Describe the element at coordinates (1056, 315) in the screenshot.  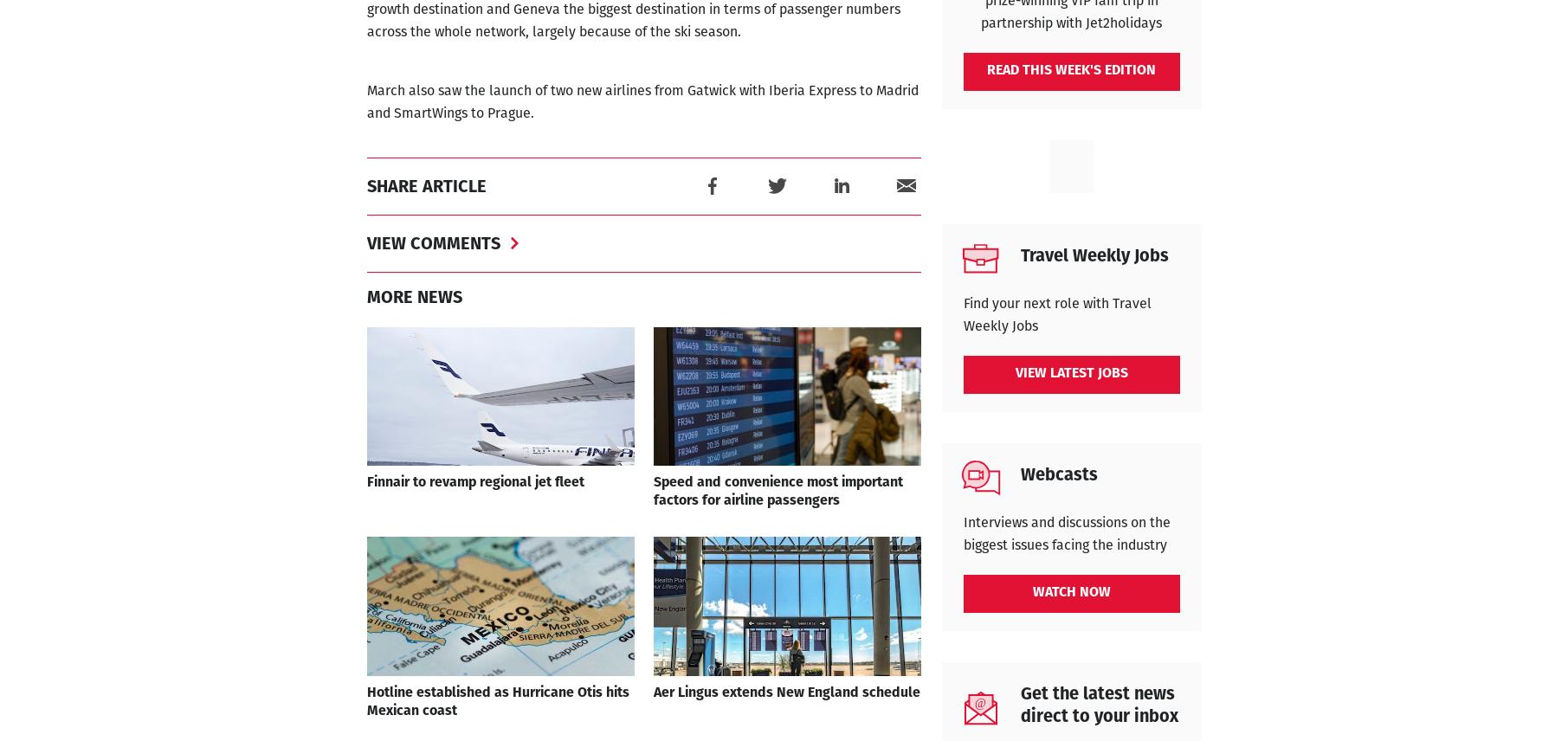
I see `'Find your next role with Travel Weekly Jobs'` at that location.